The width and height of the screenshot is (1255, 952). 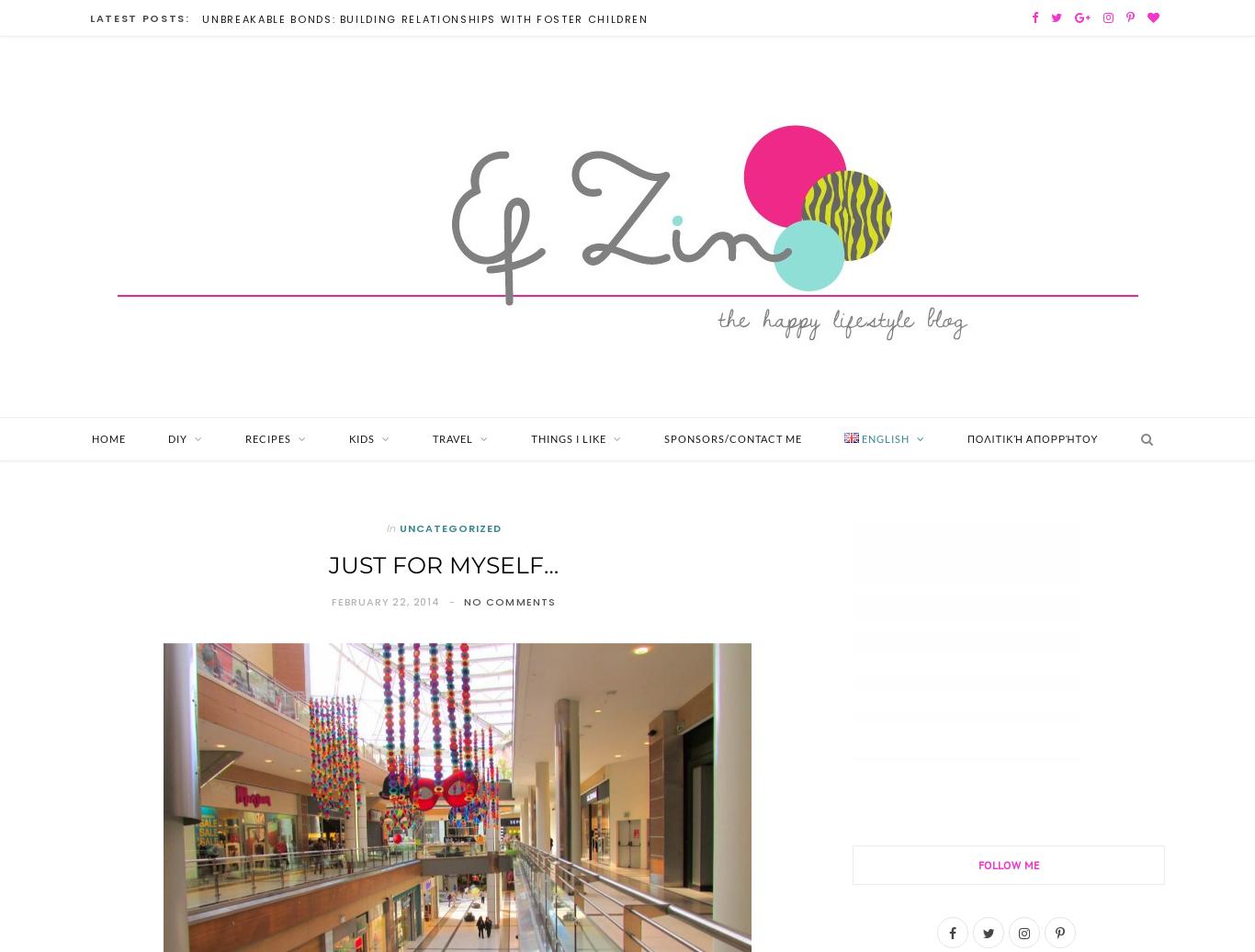 What do you see at coordinates (449, 527) in the screenshot?
I see `'Uncategorized'` at bounding box center [449, 527].